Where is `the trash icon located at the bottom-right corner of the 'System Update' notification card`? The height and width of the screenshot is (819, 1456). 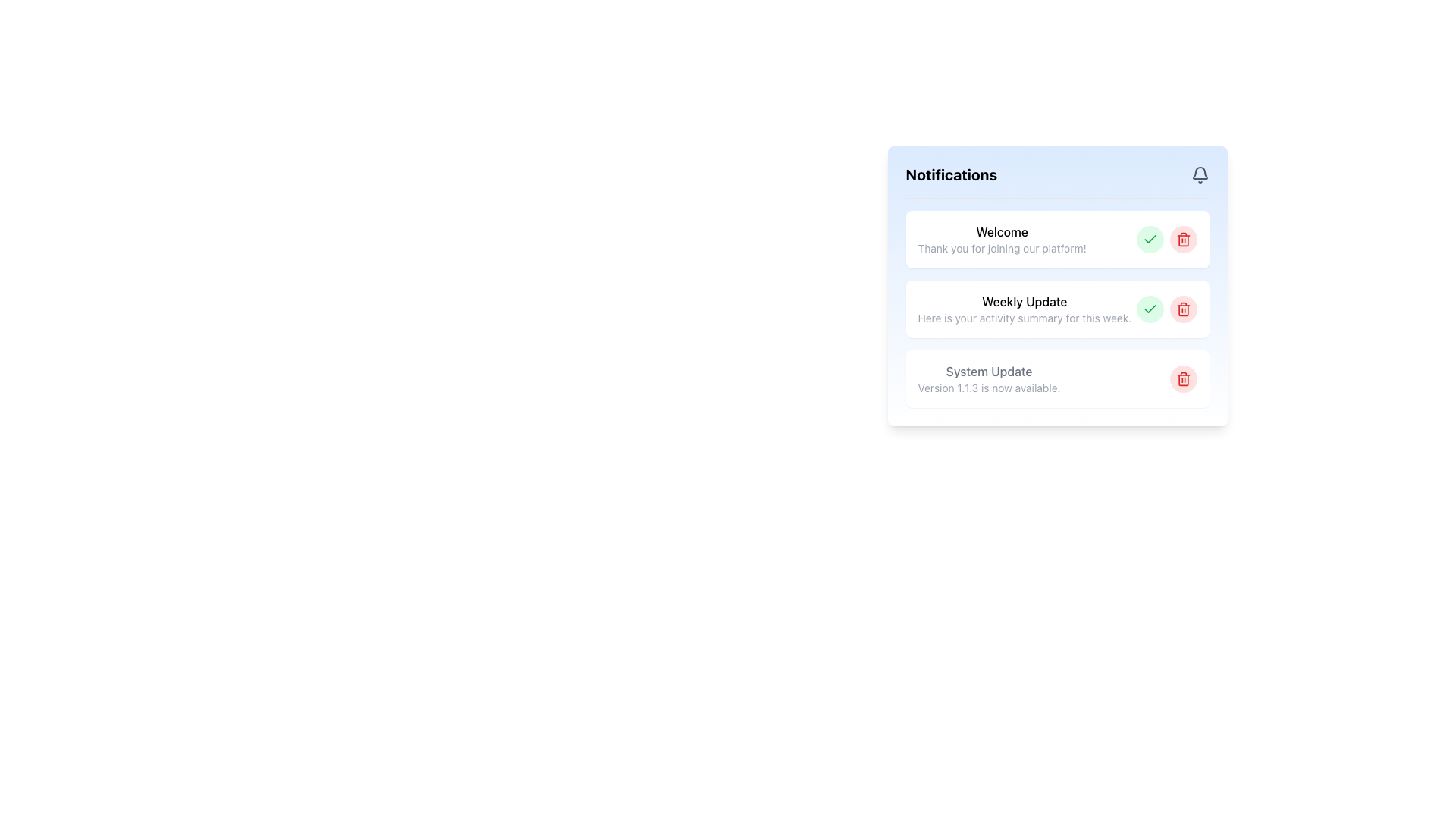
the trash icon located at the bottom-right corner of the 'System Update' notification card is located at coordinates (1182, 378).